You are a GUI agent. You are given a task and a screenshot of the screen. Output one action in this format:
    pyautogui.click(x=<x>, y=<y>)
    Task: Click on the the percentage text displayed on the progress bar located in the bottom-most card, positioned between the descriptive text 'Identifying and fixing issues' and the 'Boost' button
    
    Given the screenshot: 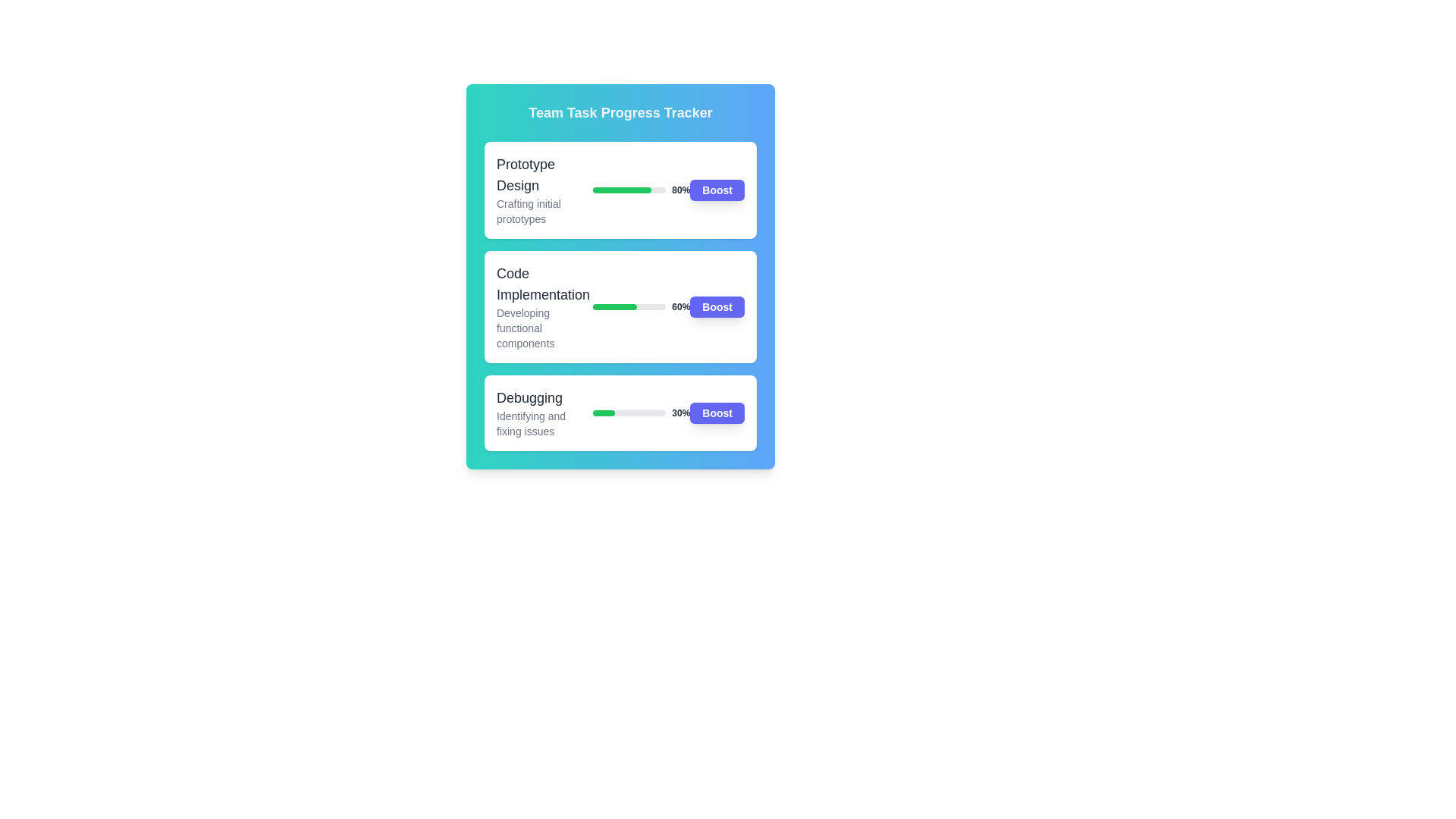 What is the action you would take?
    pyautogui.click(x=642, y=413)
    